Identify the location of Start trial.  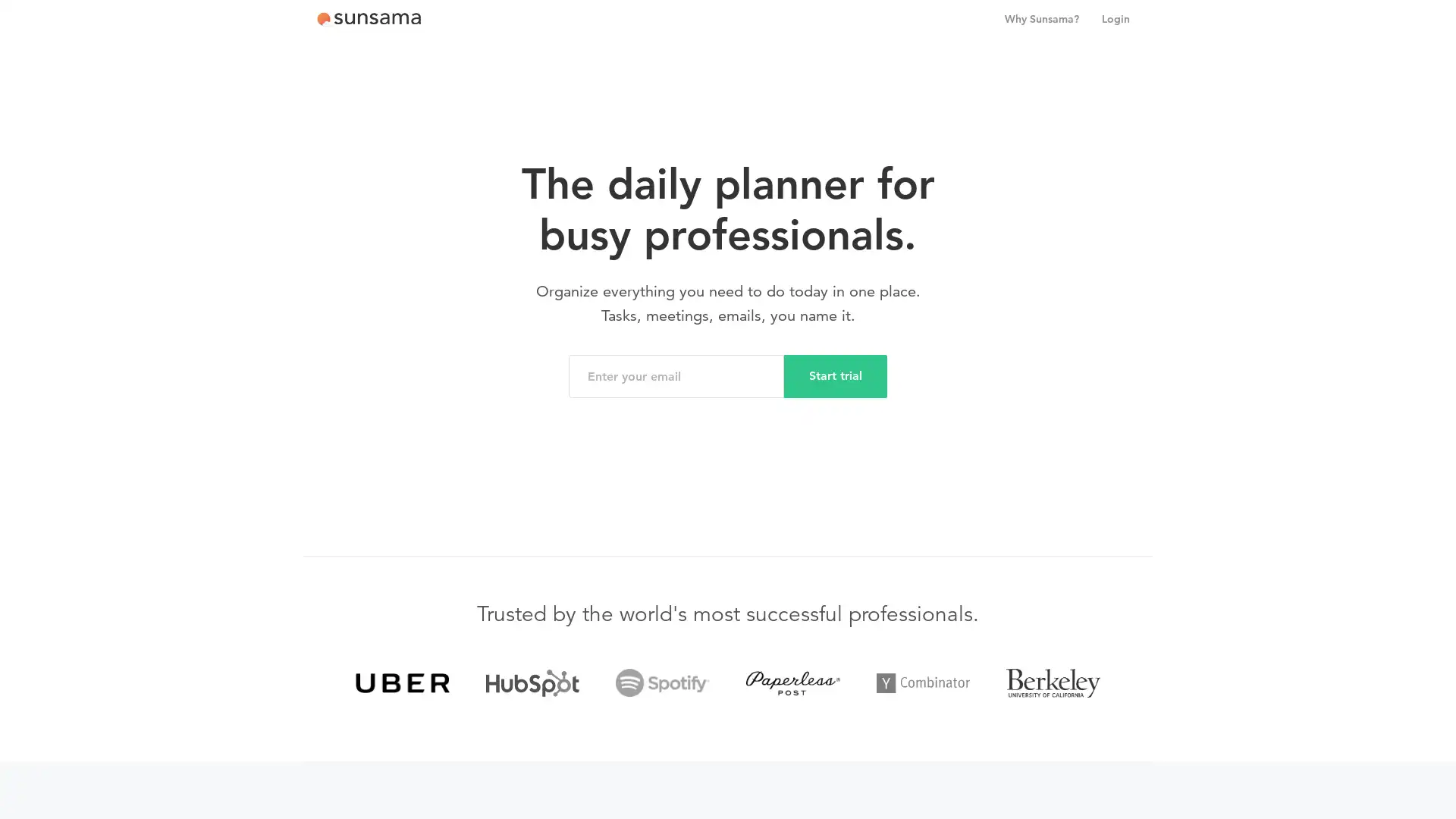
(835, 375).